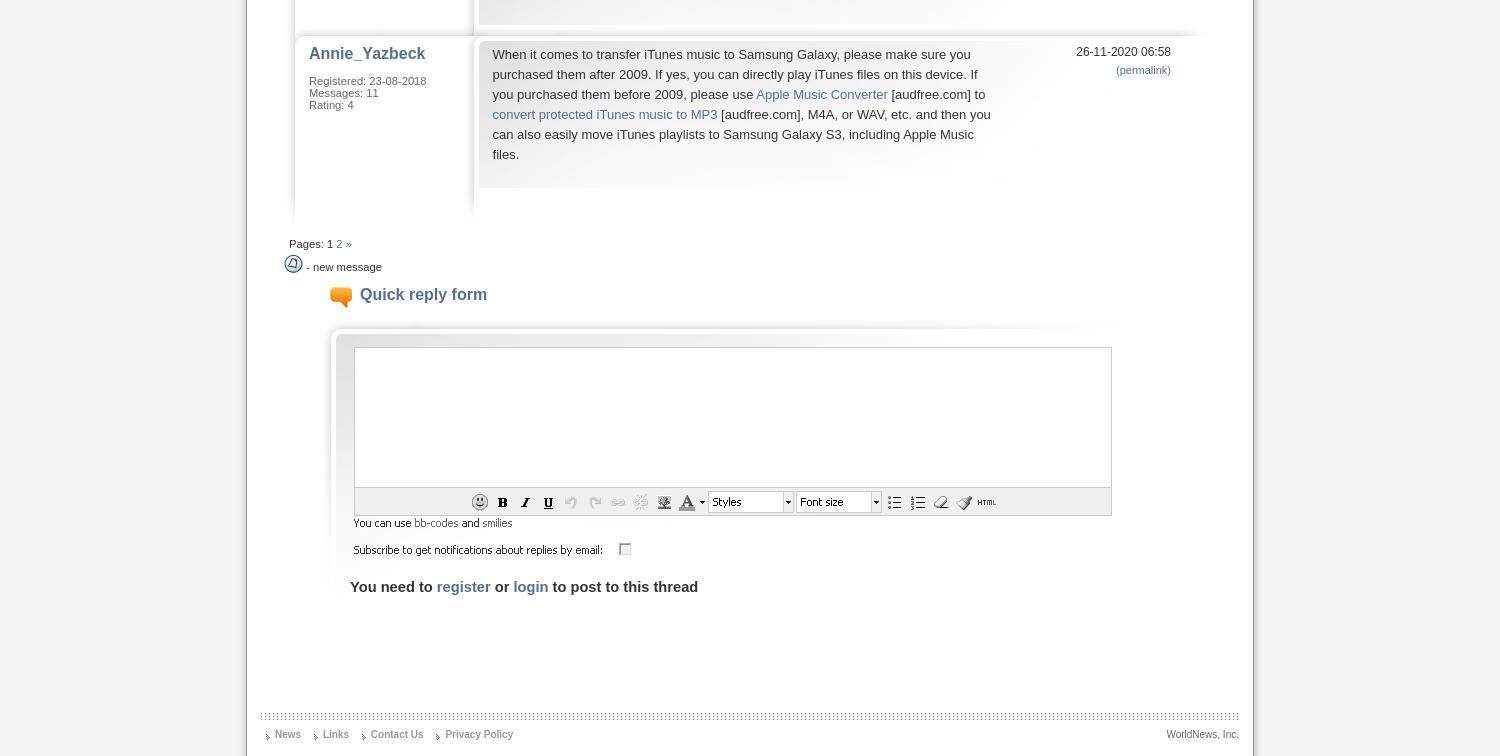  What do you see at coordinates (1143, 70) in the screenshot?
I see `'(permalink)'` at bounding box center [1143, 70].